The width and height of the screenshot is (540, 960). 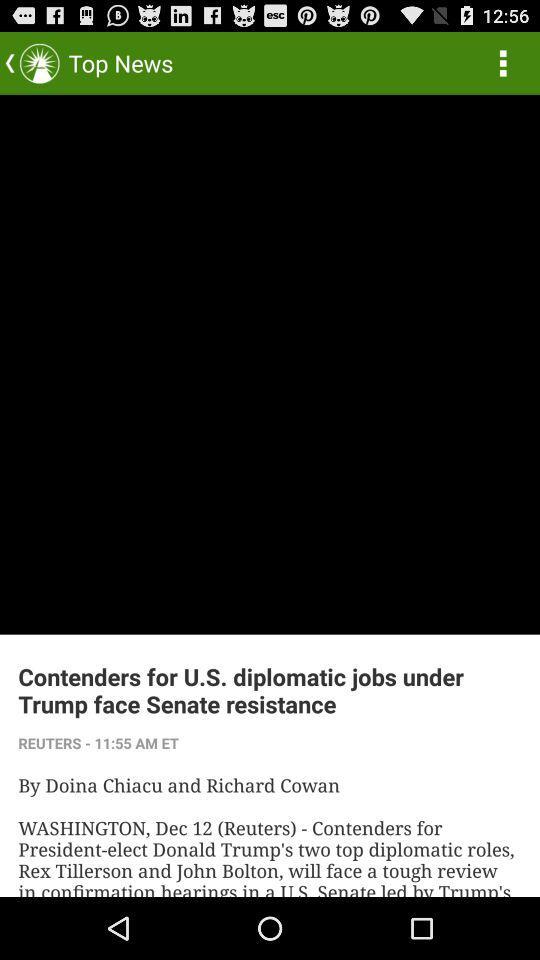 What do you see at coordinates (502, 62) in the screenshot?
I see `the icon to the right of top news icon` at bounding box center [502, 62].